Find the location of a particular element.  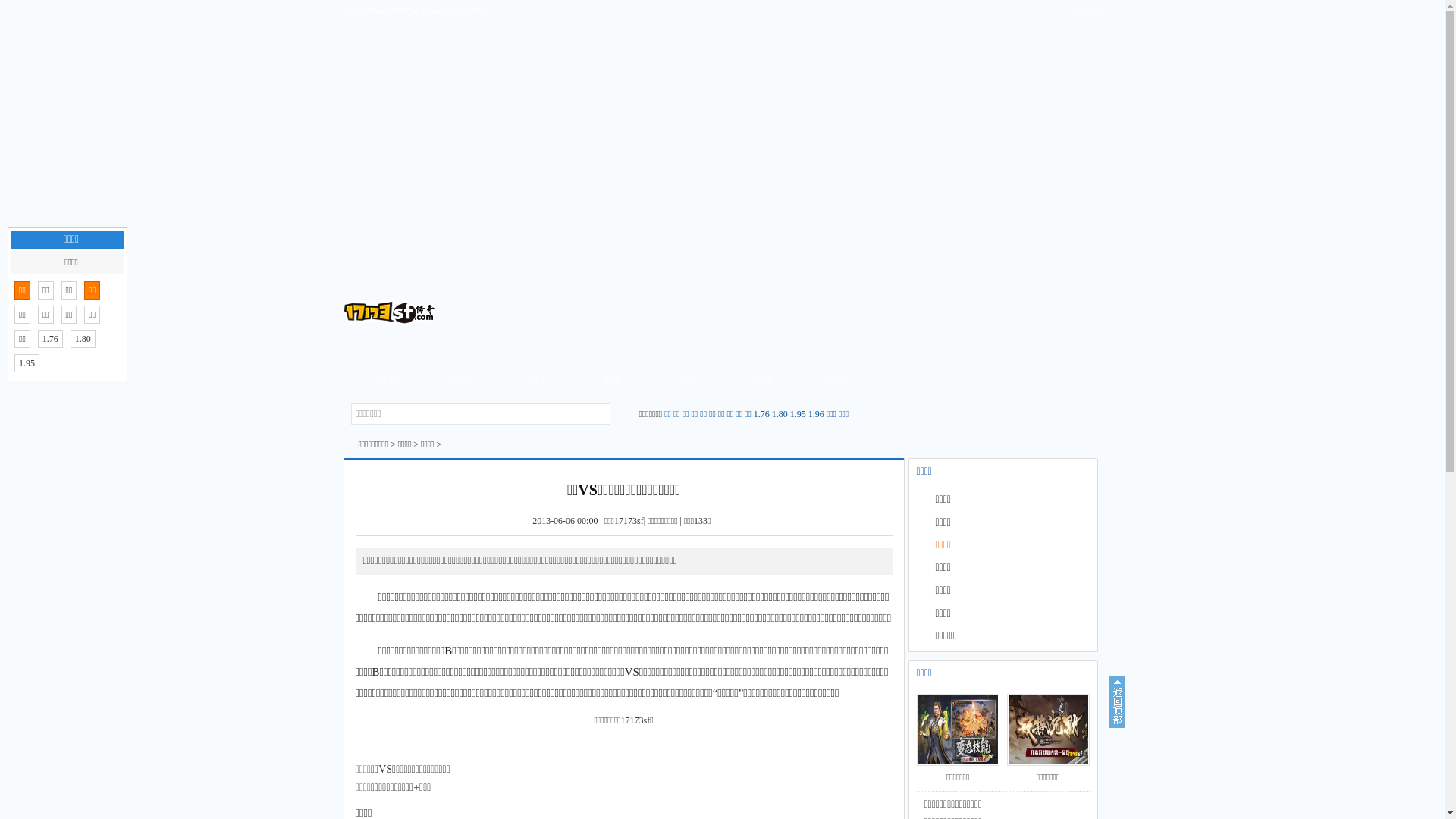

'1.95' is located at coordinates (27, 362).